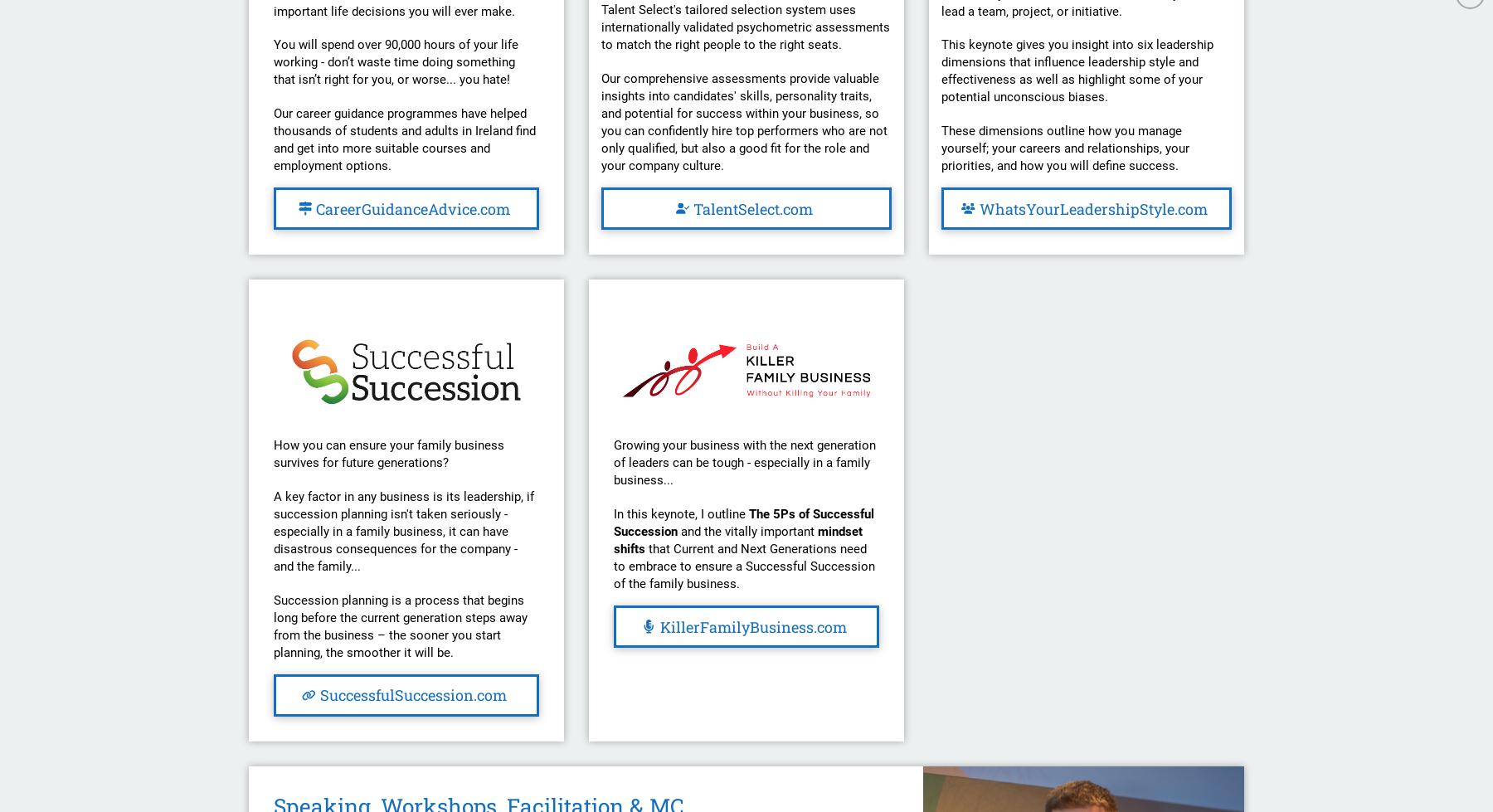  Describe the element at coordinates (612, 538) in the screenshot. I see `'mindset shifts'` at that location.